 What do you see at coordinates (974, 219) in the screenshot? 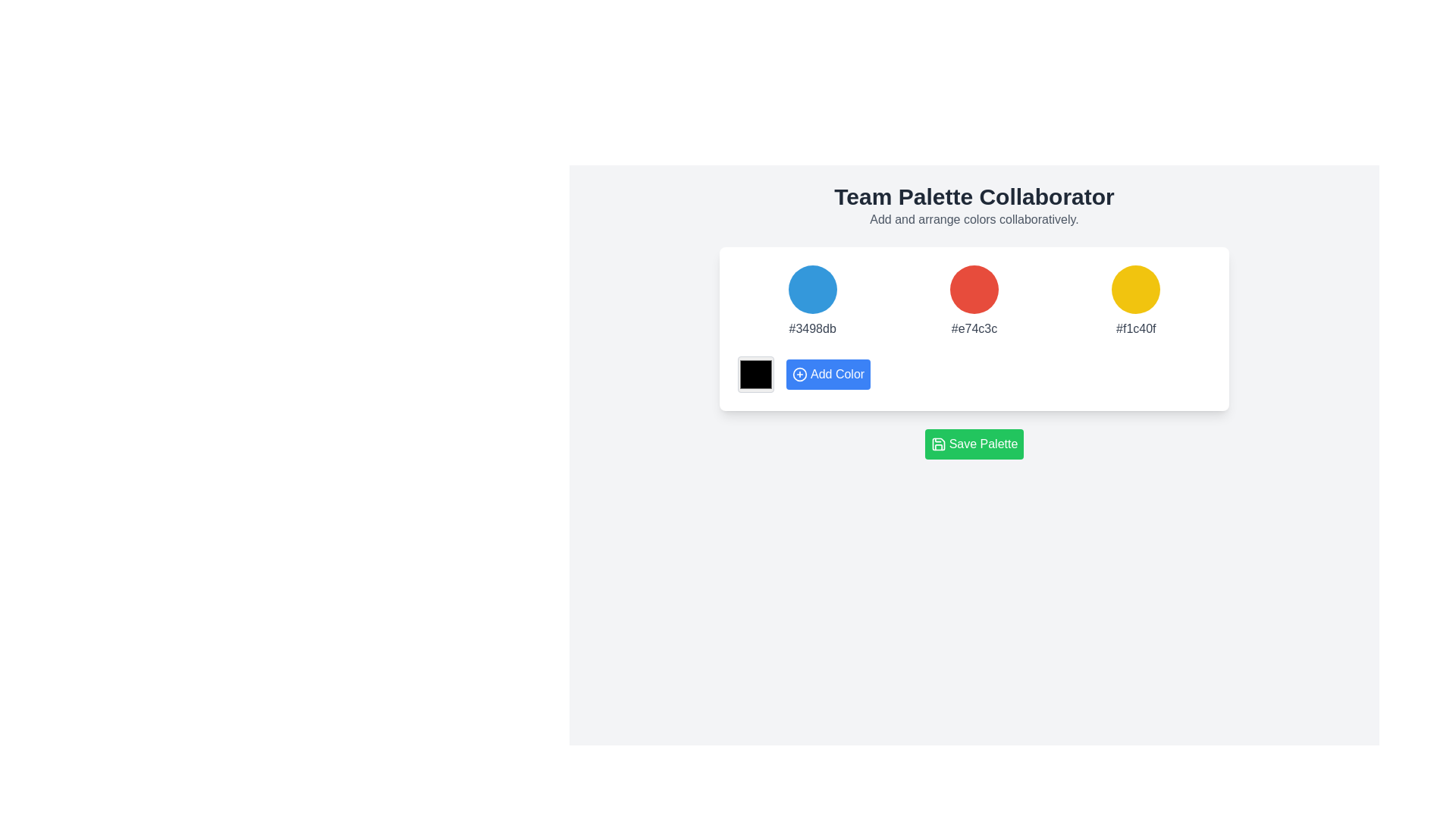
I see `the Text Label displaying 'Add and arrange colors collaboratively.' which is located directly below the heading 'Team Palette Collaborator.'` at bounding box center [974, 219].